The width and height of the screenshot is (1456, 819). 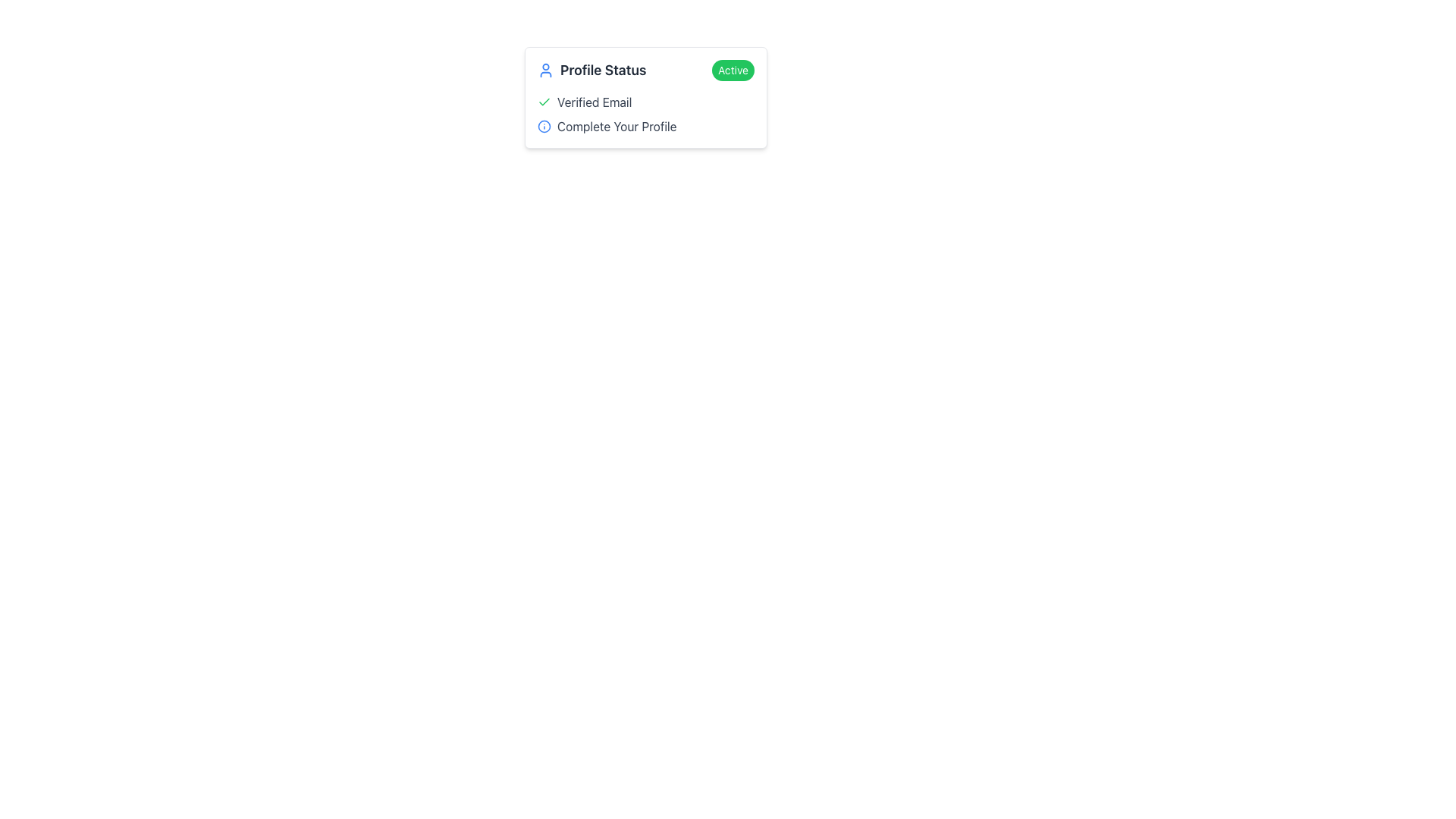 What do you see at coordinates (733, 70) in the screenshot?
I see `the 'Active' pill-shaped button with rounded edges, which is green with white text, located in the 'Profile Status' section` at bounding box center [733, 70].